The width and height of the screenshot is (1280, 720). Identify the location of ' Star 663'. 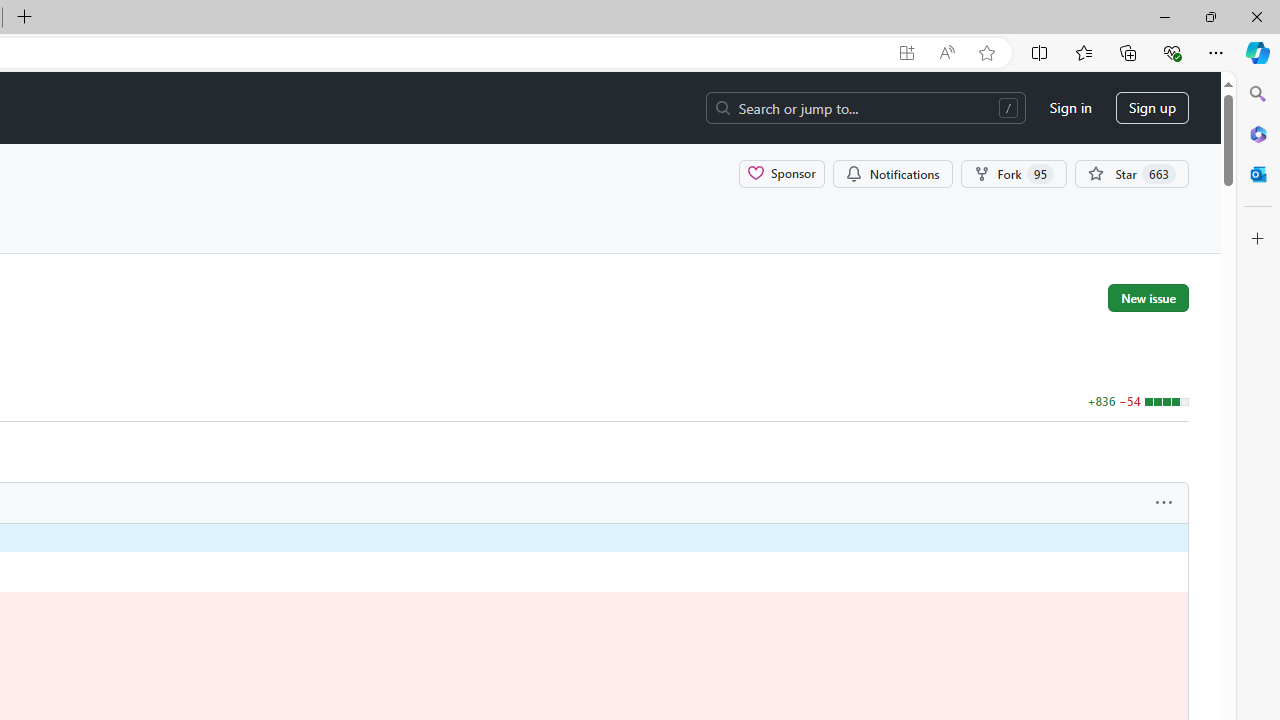
(1132, 172).